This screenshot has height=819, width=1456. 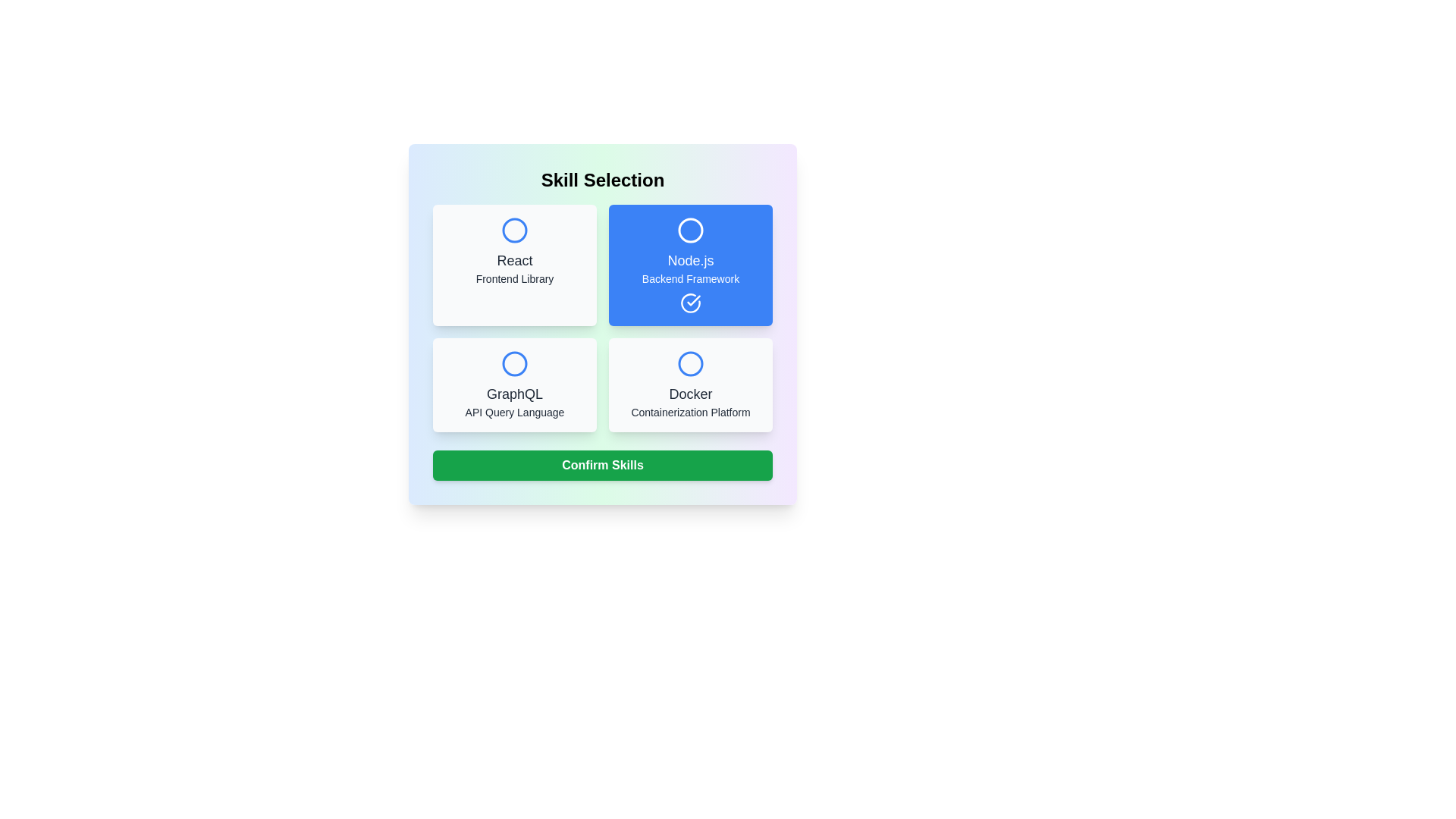 What do you see at coordinates (690, 384) in the screenshot?
I see `the skill chip labeled 'Docker'` at bounding box center [690, 384].